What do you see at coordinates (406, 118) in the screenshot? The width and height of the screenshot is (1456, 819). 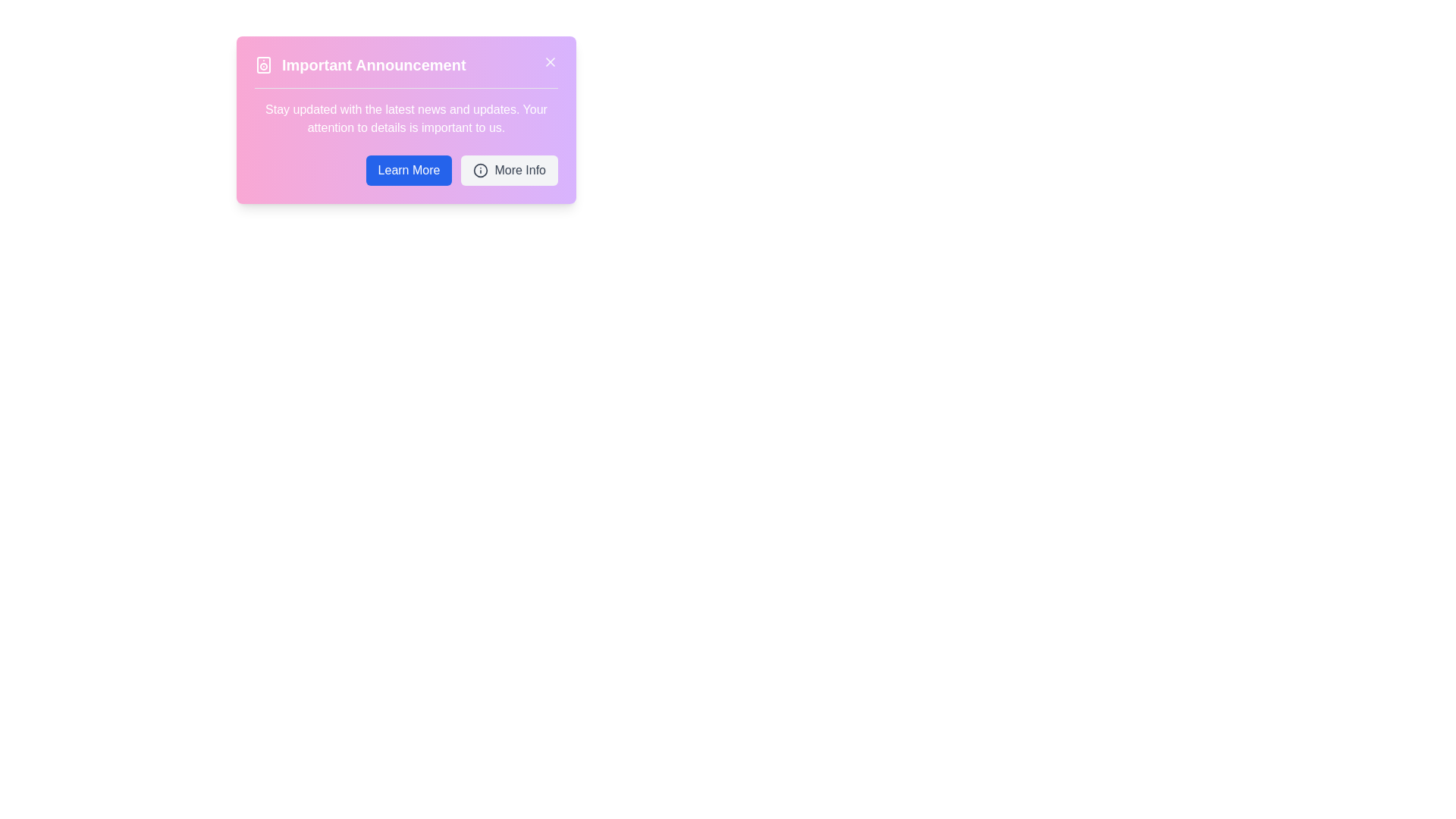 I see `the static text label displaying the message 'Stay updated with the latest news and updates.' which is centered below the heading 'Important Announcement' and above the buttons 'Learn More' and 'More Info.'` at bounding box center [406, 118].